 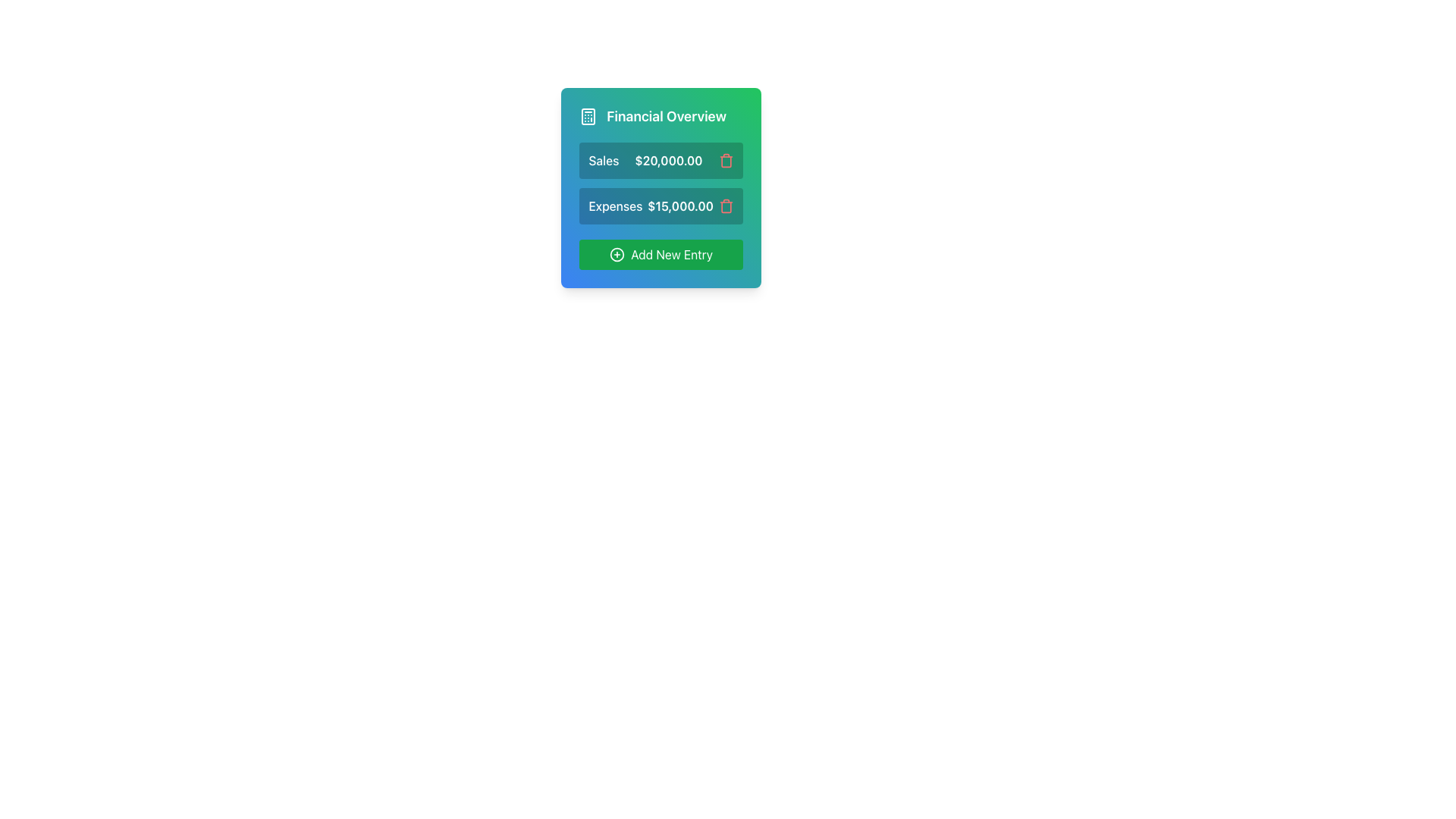 What do you see at coordinates (615, 206) in the screenshot?
I see `the 'Expenses' label that identifies the associated value of $15,000.00 in the Financial Overview section` at bounding box center [615, 206].